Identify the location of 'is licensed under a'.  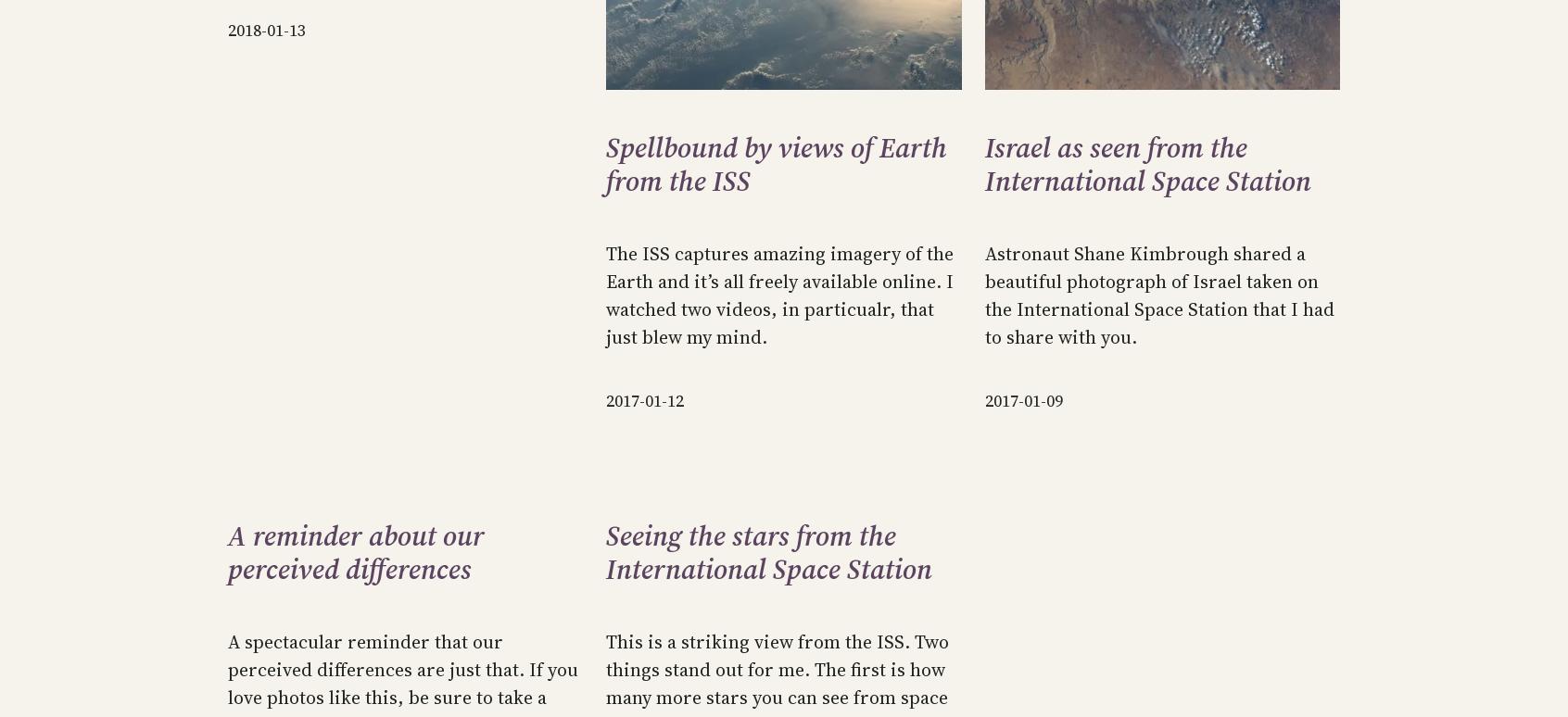
(1329, 42).